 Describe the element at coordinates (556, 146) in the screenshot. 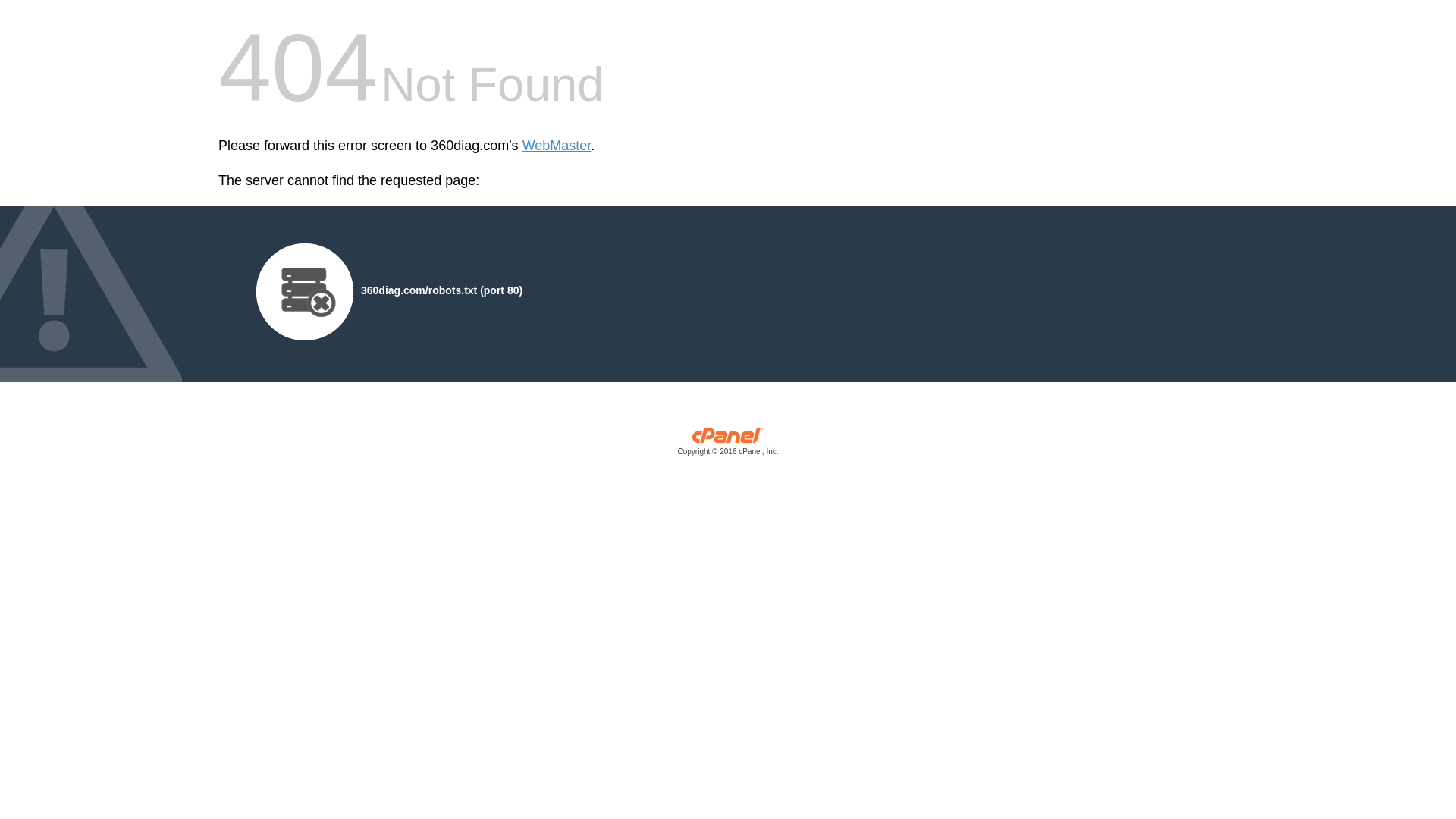

I see `'WebMaster'` at that location.